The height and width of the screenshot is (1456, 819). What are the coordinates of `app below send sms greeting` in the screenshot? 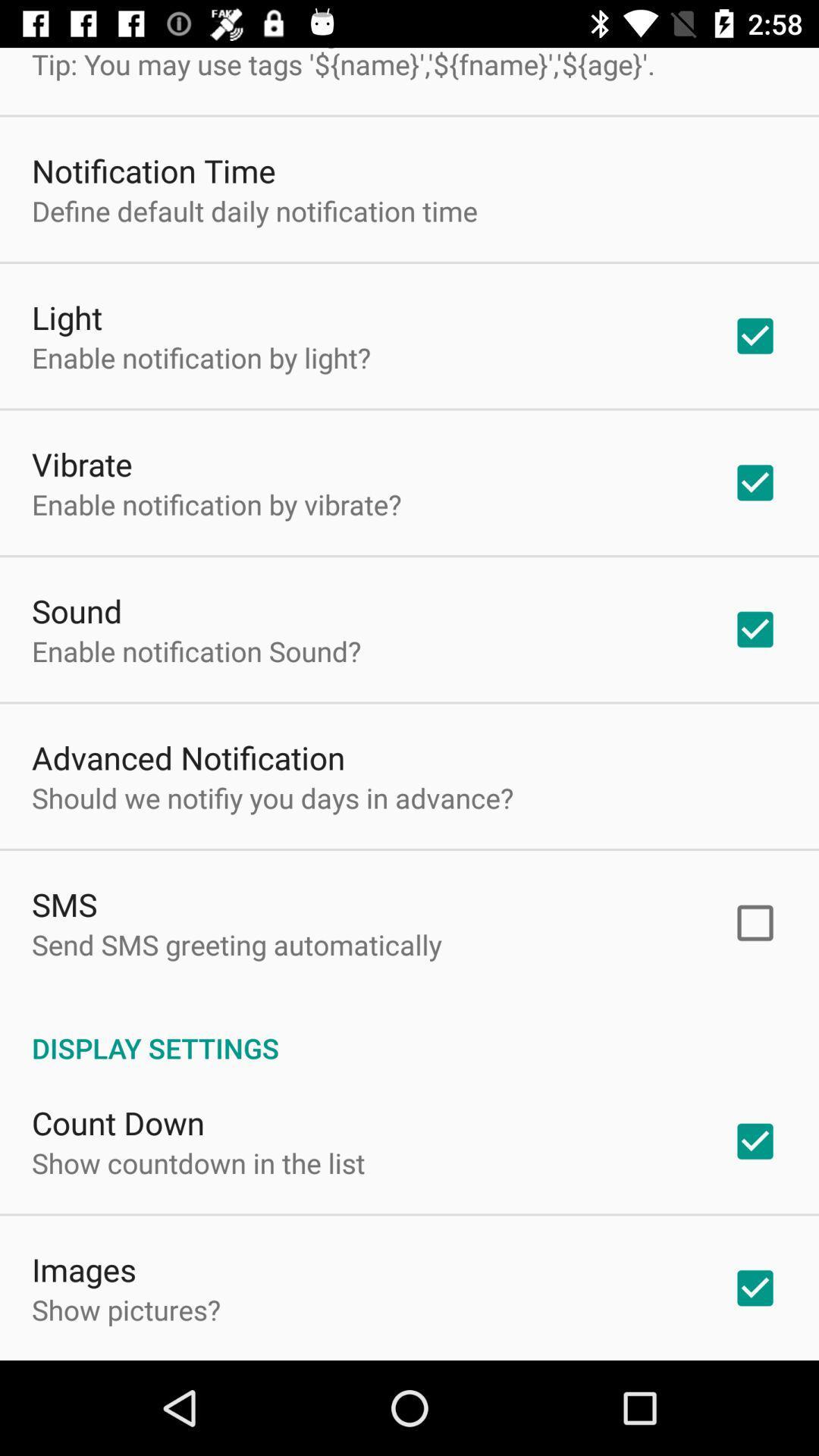 It's located at (409, 1031).